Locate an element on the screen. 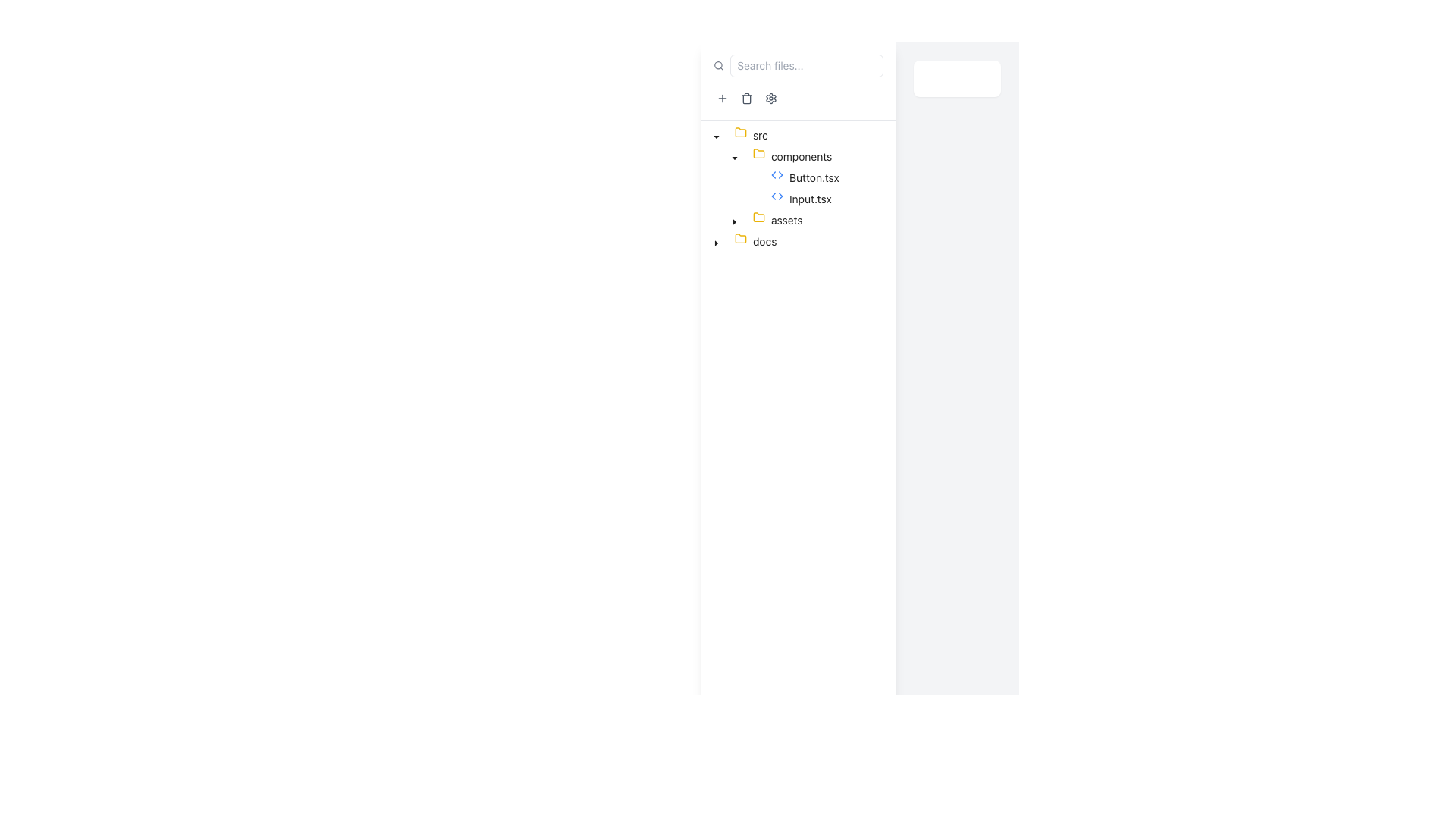  the non-expanded folder node named 'docs' is located at coordinates (755, 241).